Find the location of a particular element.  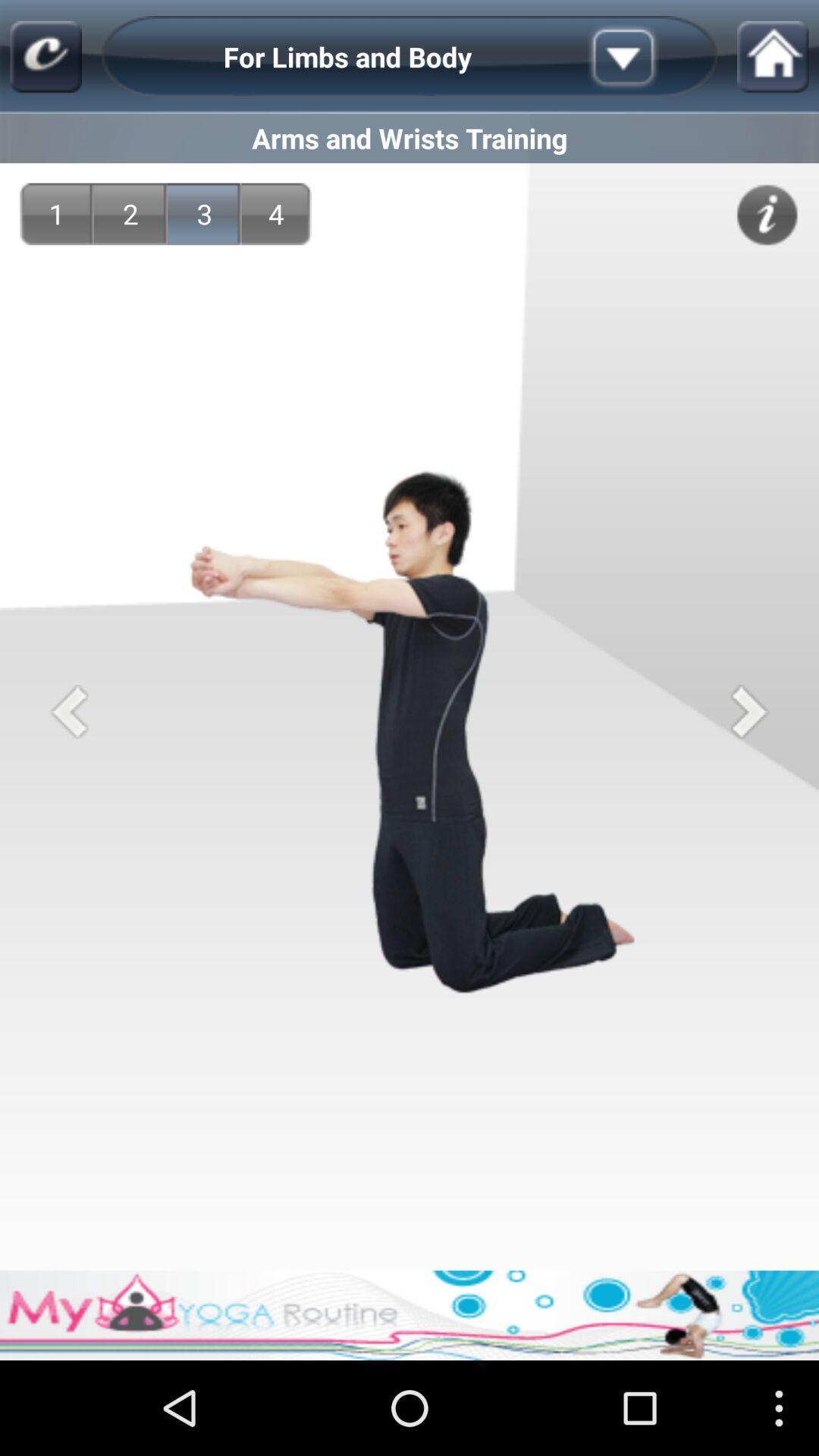

previous is located at coordinates (69, 711).